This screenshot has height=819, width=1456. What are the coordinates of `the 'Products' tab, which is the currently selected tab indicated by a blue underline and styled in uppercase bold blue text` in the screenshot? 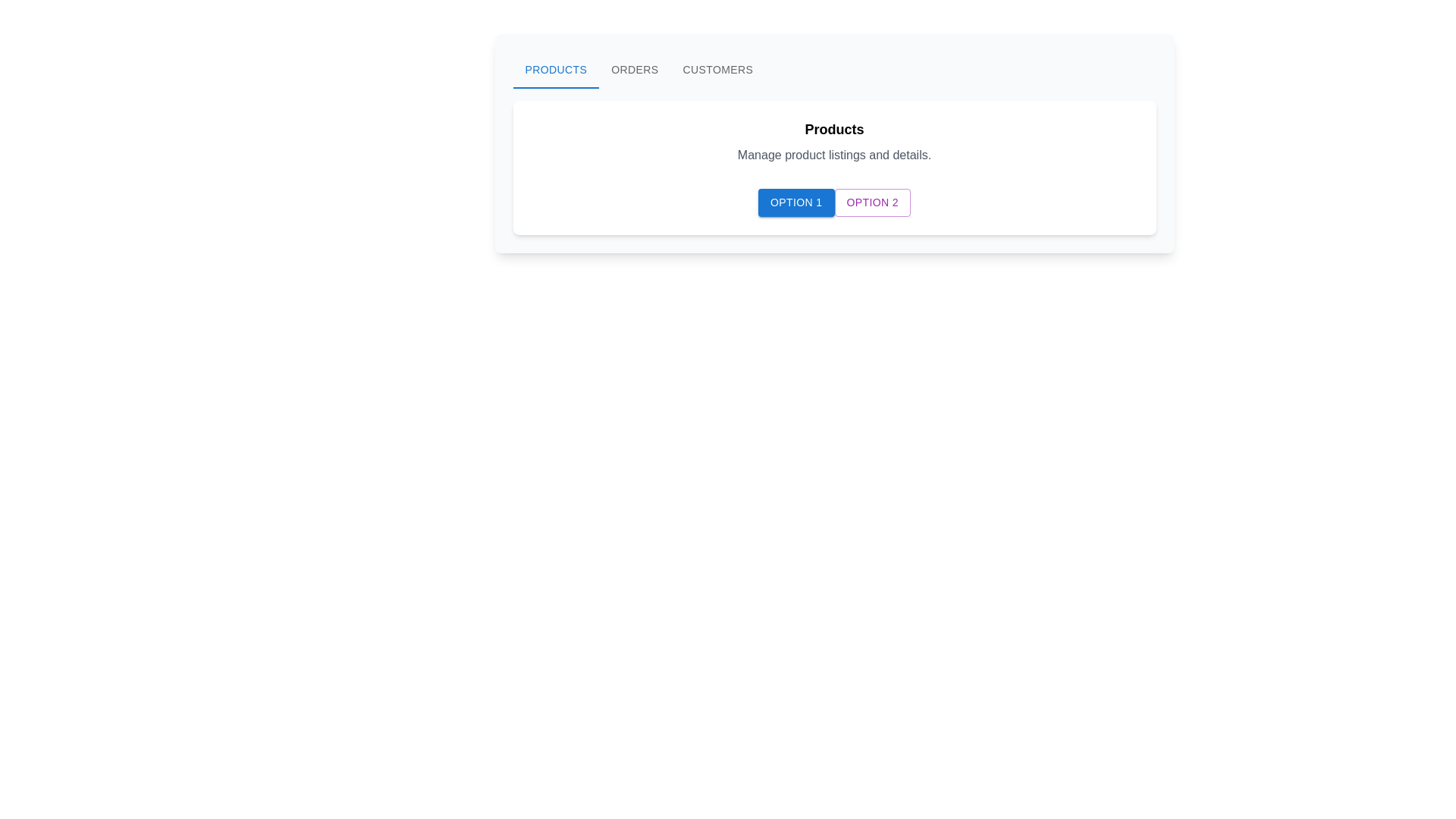 It's located at (555, 70).